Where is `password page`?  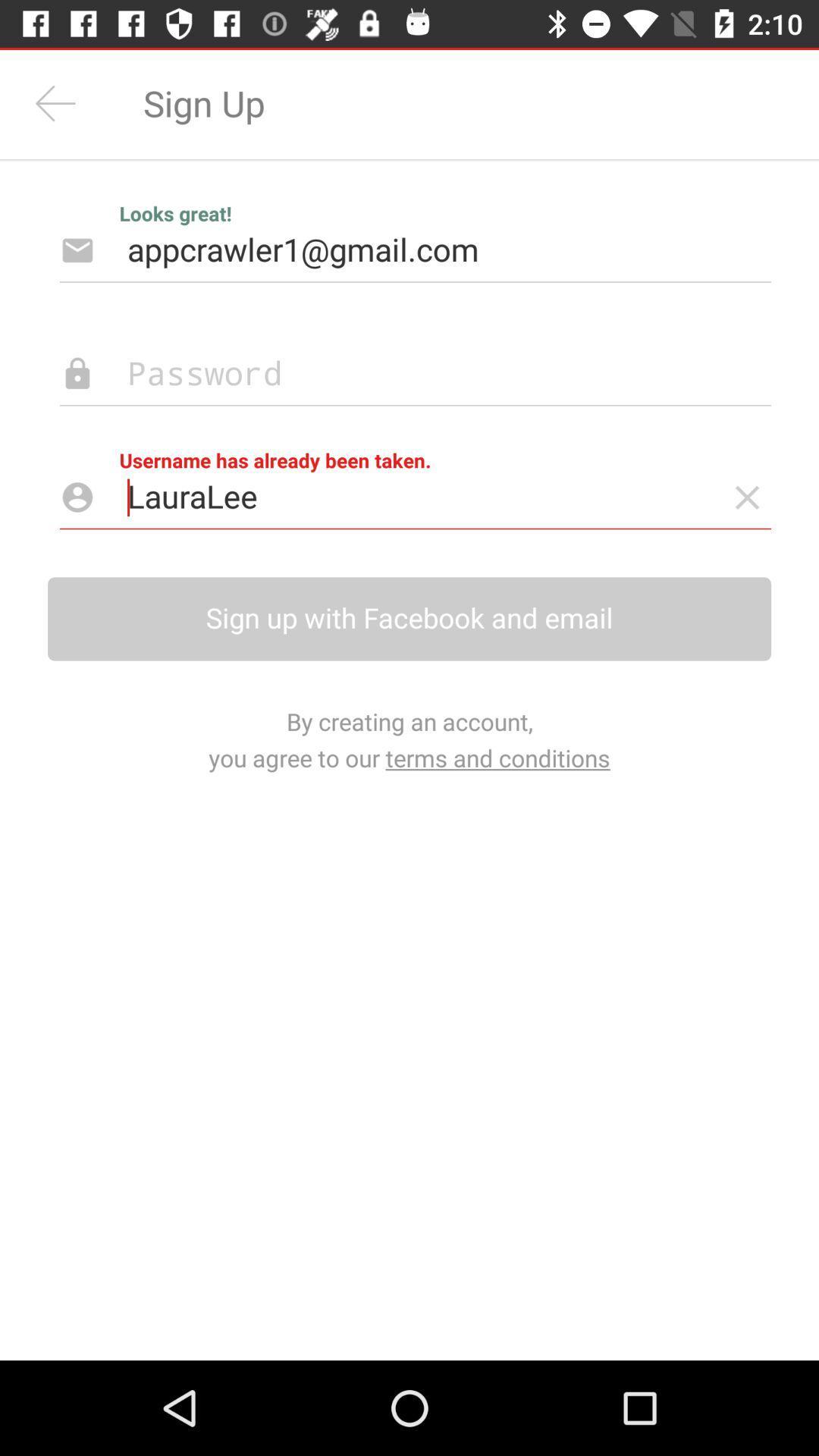
password page is located at coordinates (391, 374).